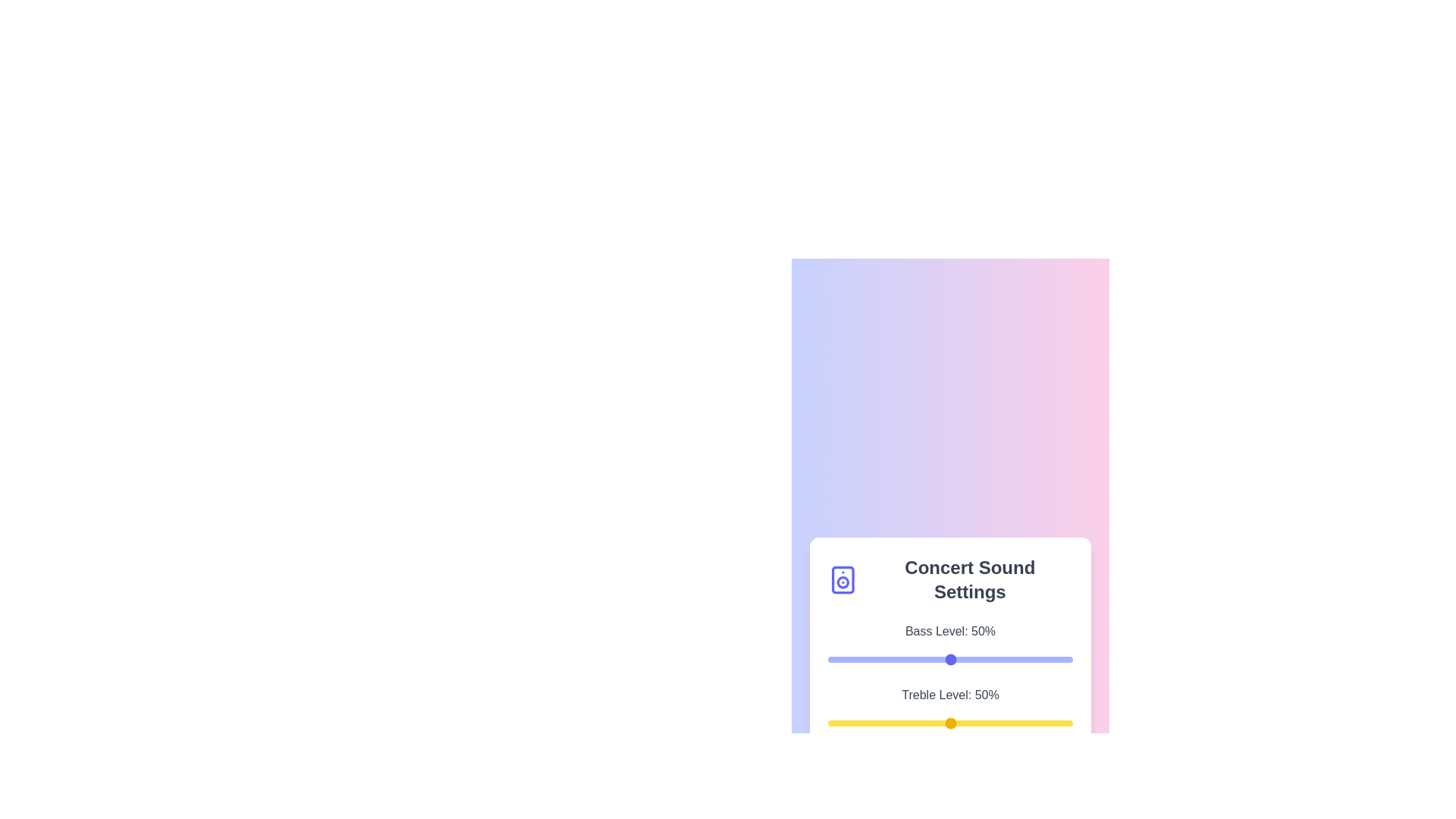 This screenshot has height=819, width=1456. What do you see at coordinates (1016, 659) in the screenshot?
I see `the bass level slider to 77%` at bounding box center [1016, 659].